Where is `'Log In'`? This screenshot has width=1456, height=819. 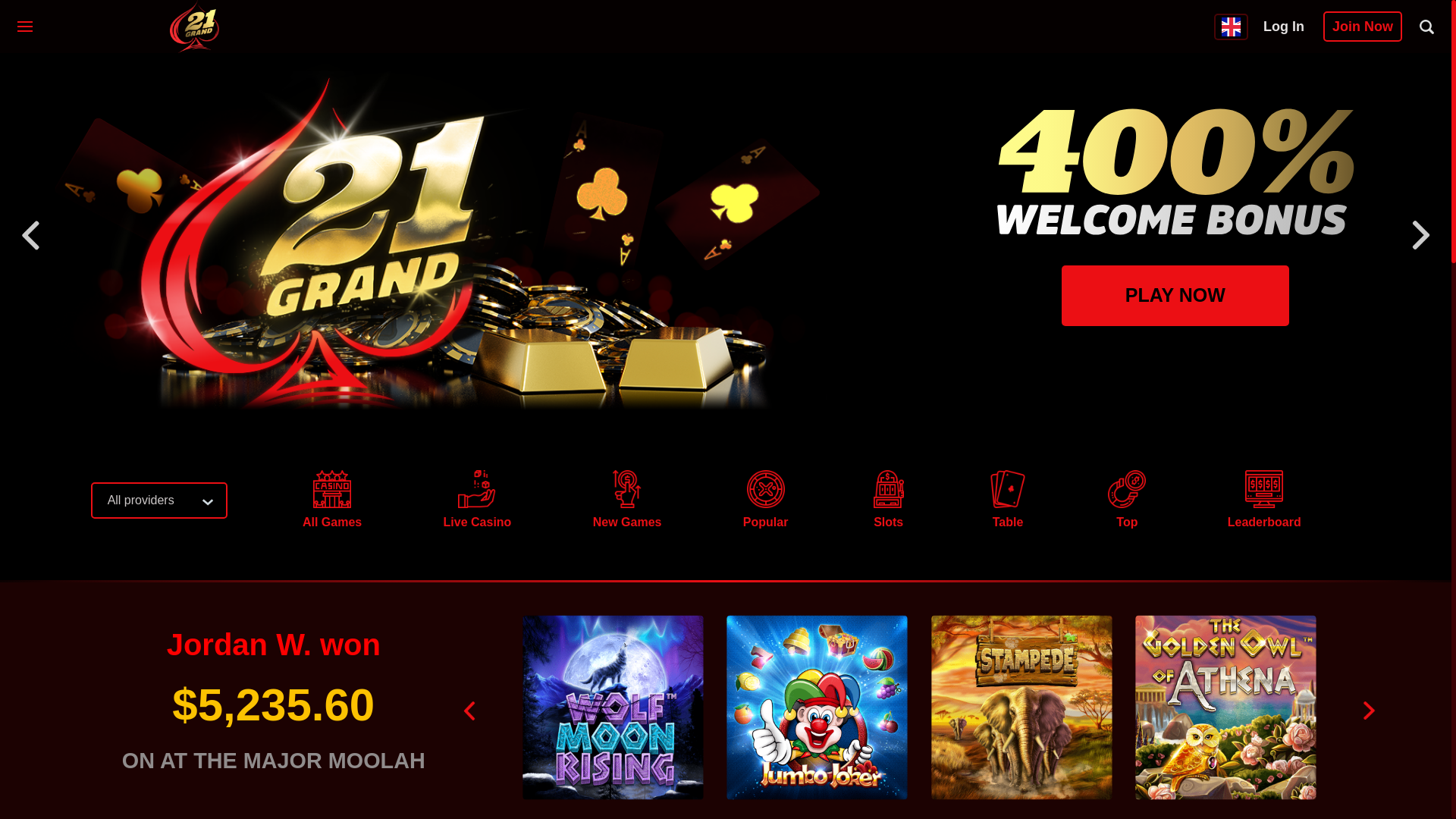
'Log In' is located at coordinates (1283, 26).